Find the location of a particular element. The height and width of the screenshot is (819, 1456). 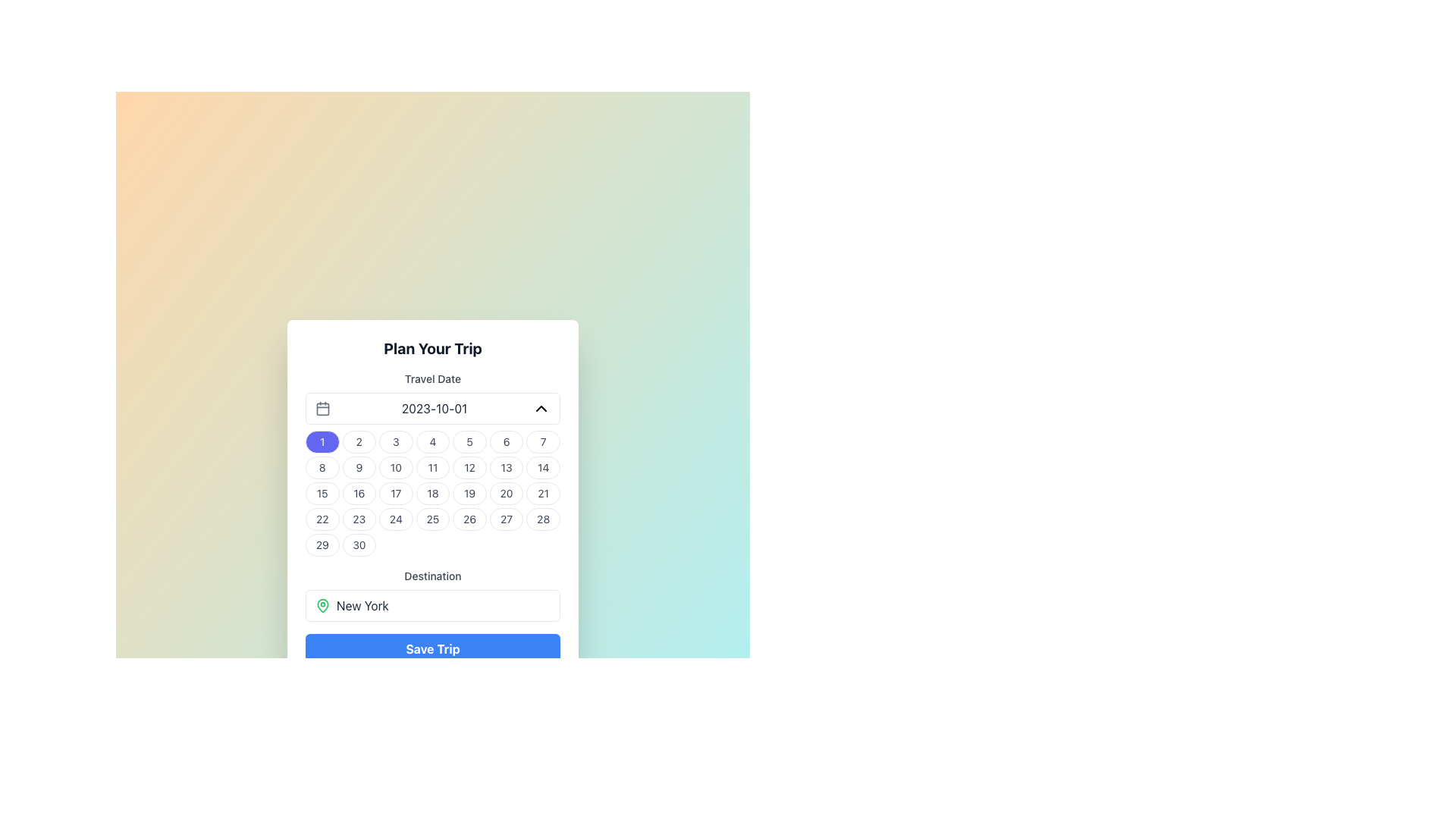

the selectable date option button representing the date '13' in the calendar-style date picker located in the second row and sixth column of the grid is located at coordinates (507, 467).